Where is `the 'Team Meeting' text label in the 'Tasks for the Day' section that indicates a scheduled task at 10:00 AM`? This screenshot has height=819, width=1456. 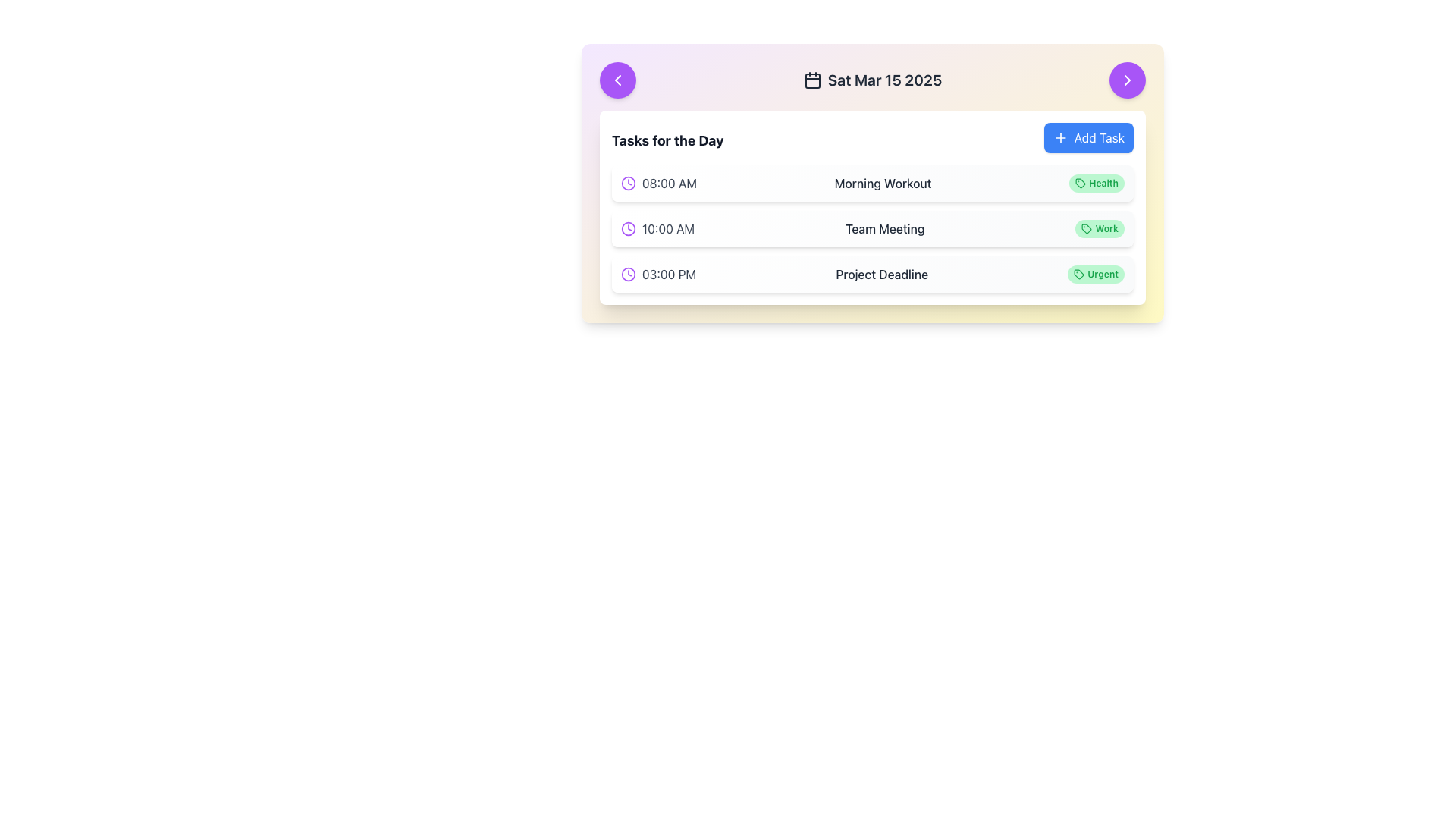
the 'Team Meeting' text label in the 'Tasks for the Day' section that indicates a scheduled task at 10:00 AM is located at coordinates (885, 228).